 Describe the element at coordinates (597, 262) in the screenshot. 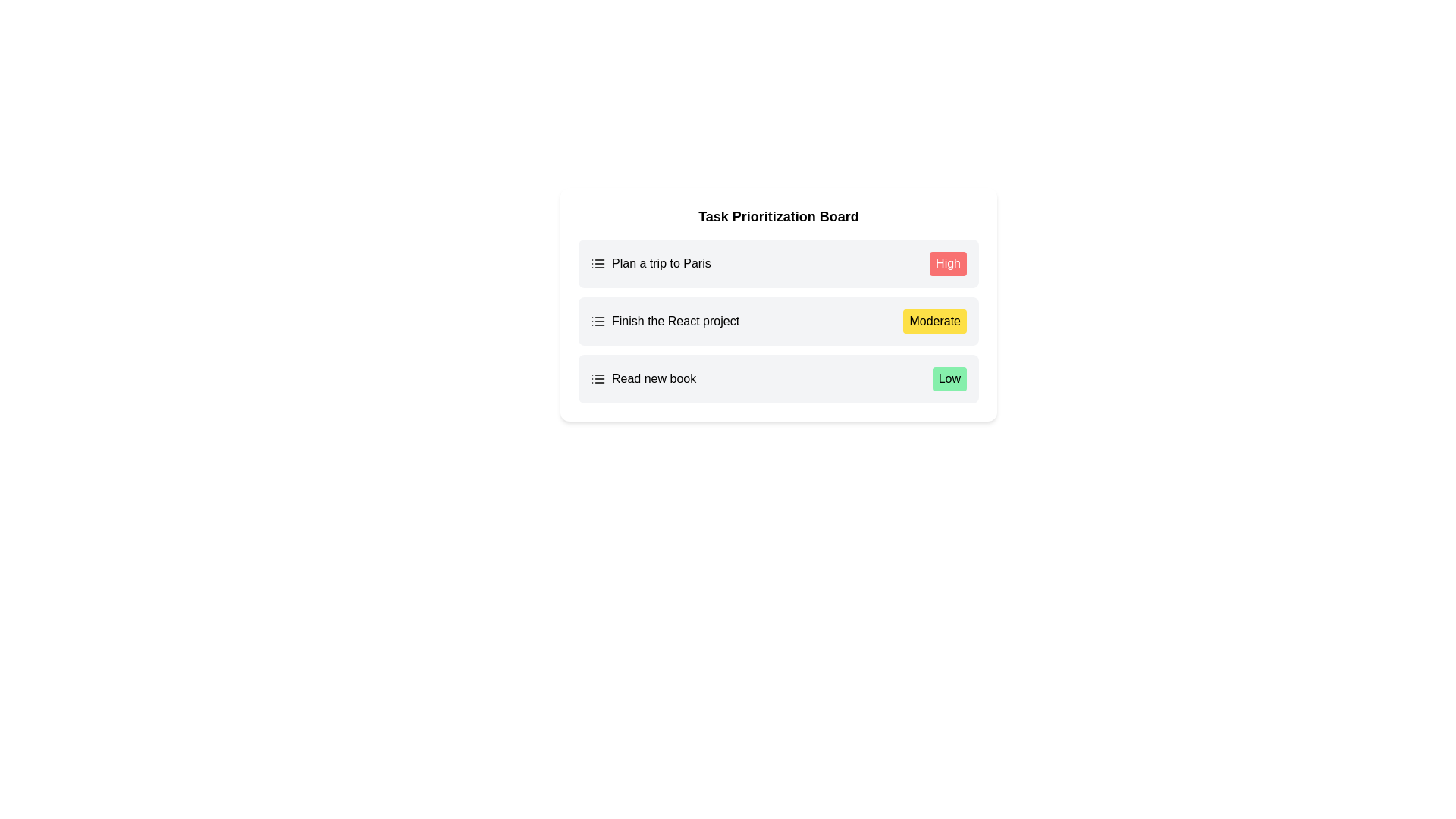

I see `the visual indicator icon located on the left side of the first row in the vertical list, adjacent to the text 'Plan a trip to Paris'` at that location.